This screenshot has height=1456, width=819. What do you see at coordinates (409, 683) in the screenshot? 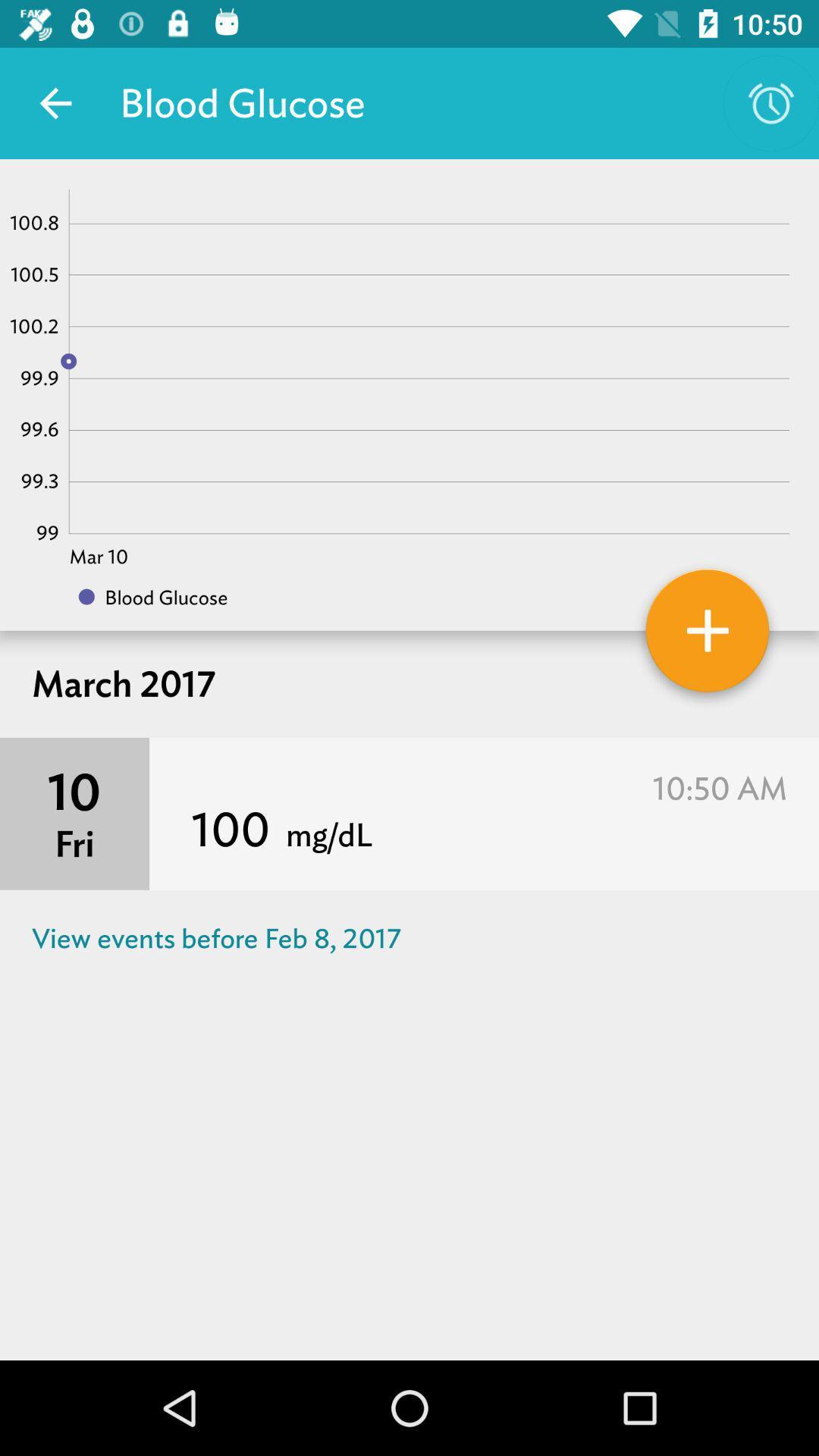
I see `march 2017` at bounding box center [409, 683].